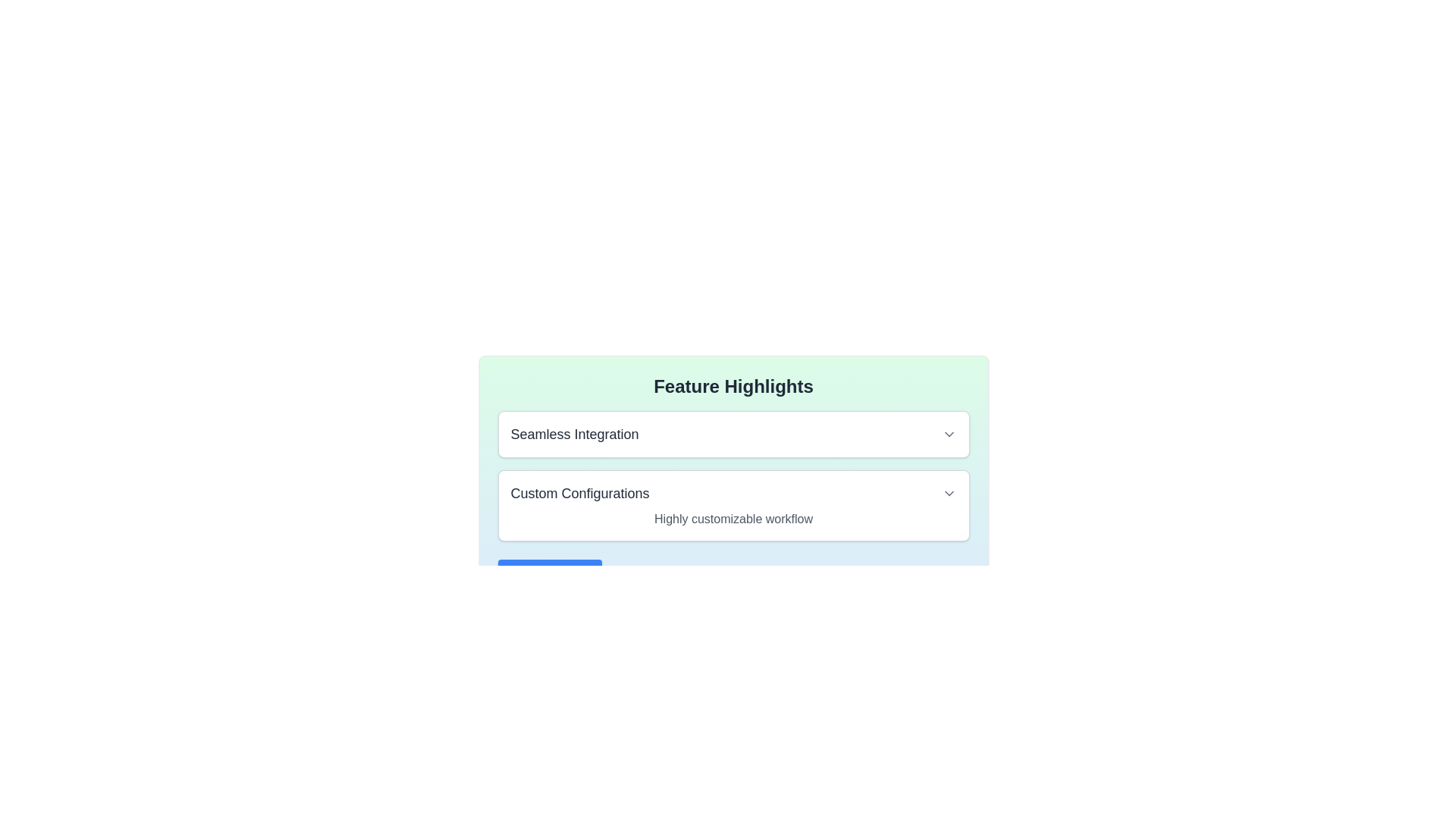 The height and width of the screenshot is (819, 1456). Describe the element at coordinates (574, 435) in the screenshot. I see `the 'Seamless Integration' heading or label, which is styled in large bold dark gray text and located in the 'Feature Highlights' section near the top-center of the interface` at that location.